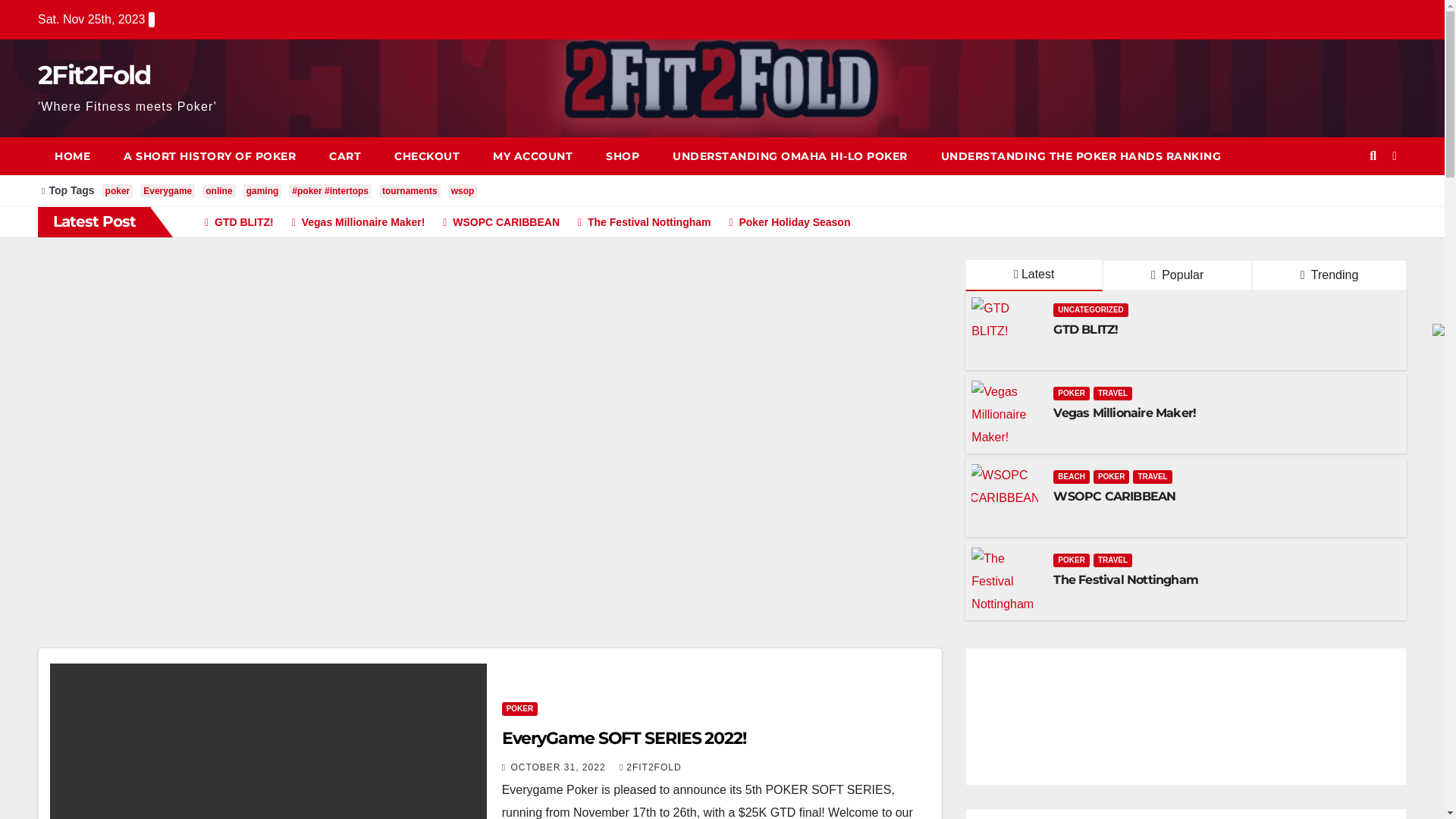 The width and height of the screenshot is (1456, 819). Describe the element at coordinates (312, 155) in the screenshot. I see `'CART'` at that location.